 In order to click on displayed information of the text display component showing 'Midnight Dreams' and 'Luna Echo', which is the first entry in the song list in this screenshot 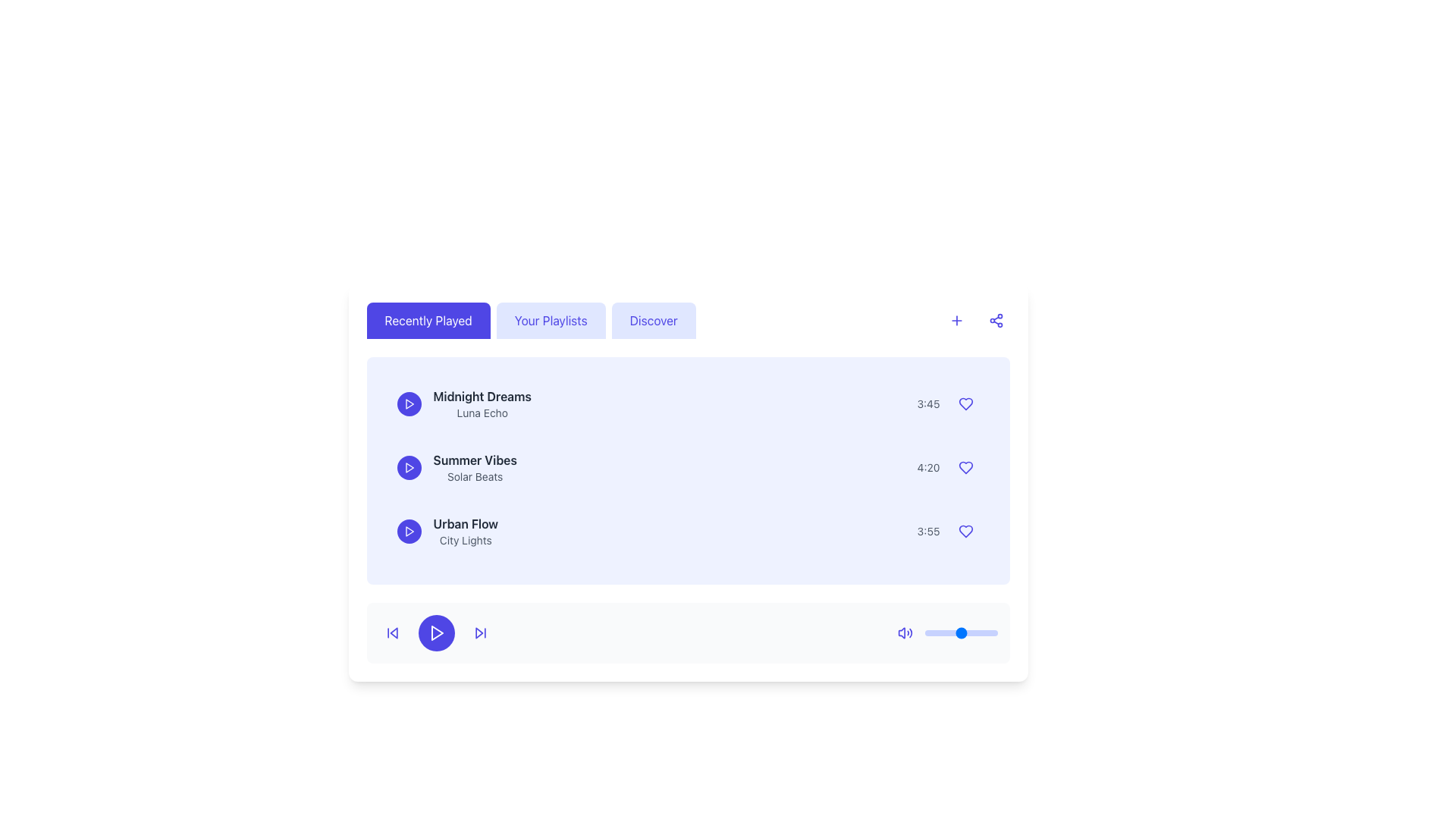, I will do `click(463, 403)`.